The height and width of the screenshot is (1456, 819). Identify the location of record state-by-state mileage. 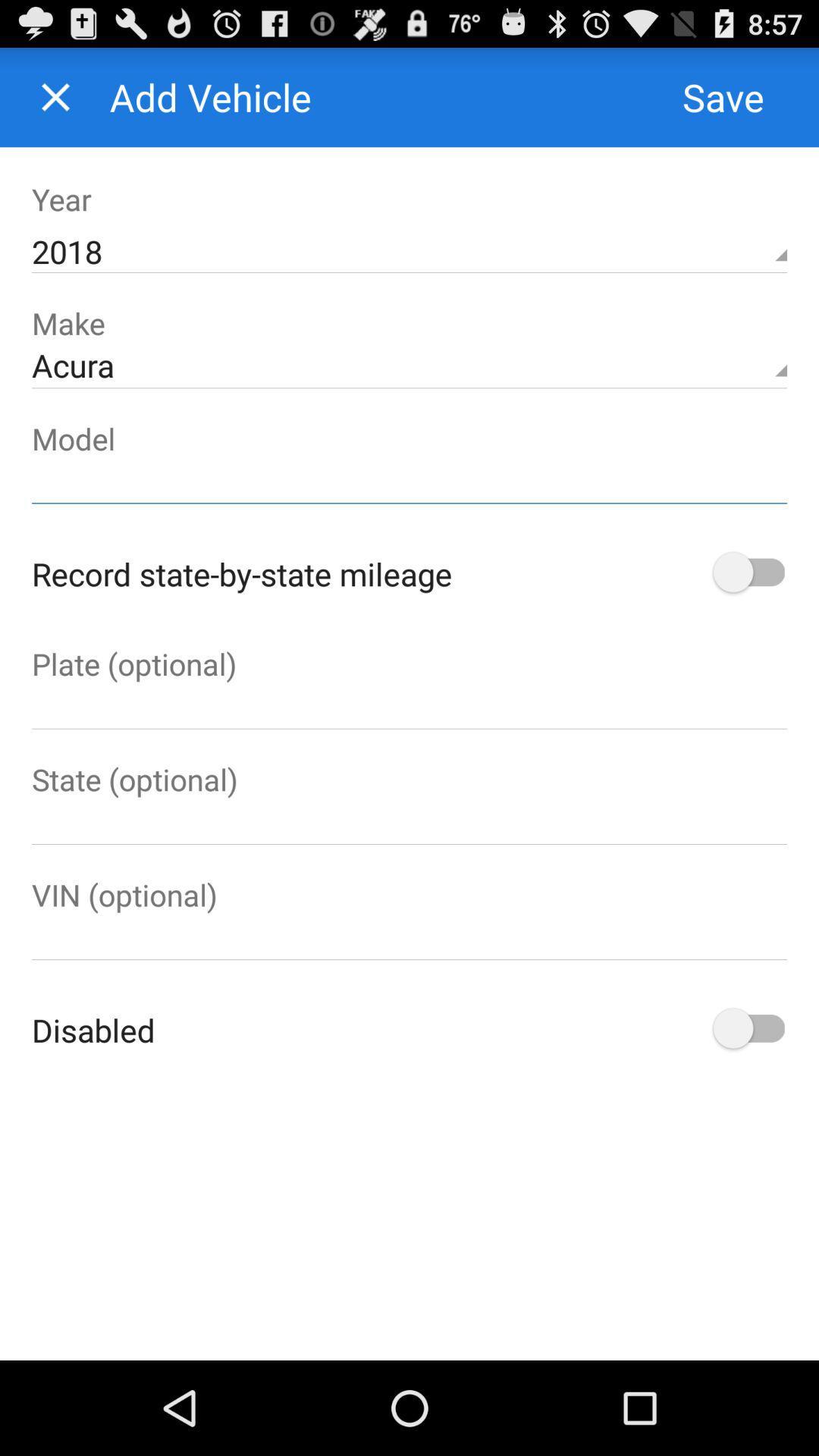
(746, 573).